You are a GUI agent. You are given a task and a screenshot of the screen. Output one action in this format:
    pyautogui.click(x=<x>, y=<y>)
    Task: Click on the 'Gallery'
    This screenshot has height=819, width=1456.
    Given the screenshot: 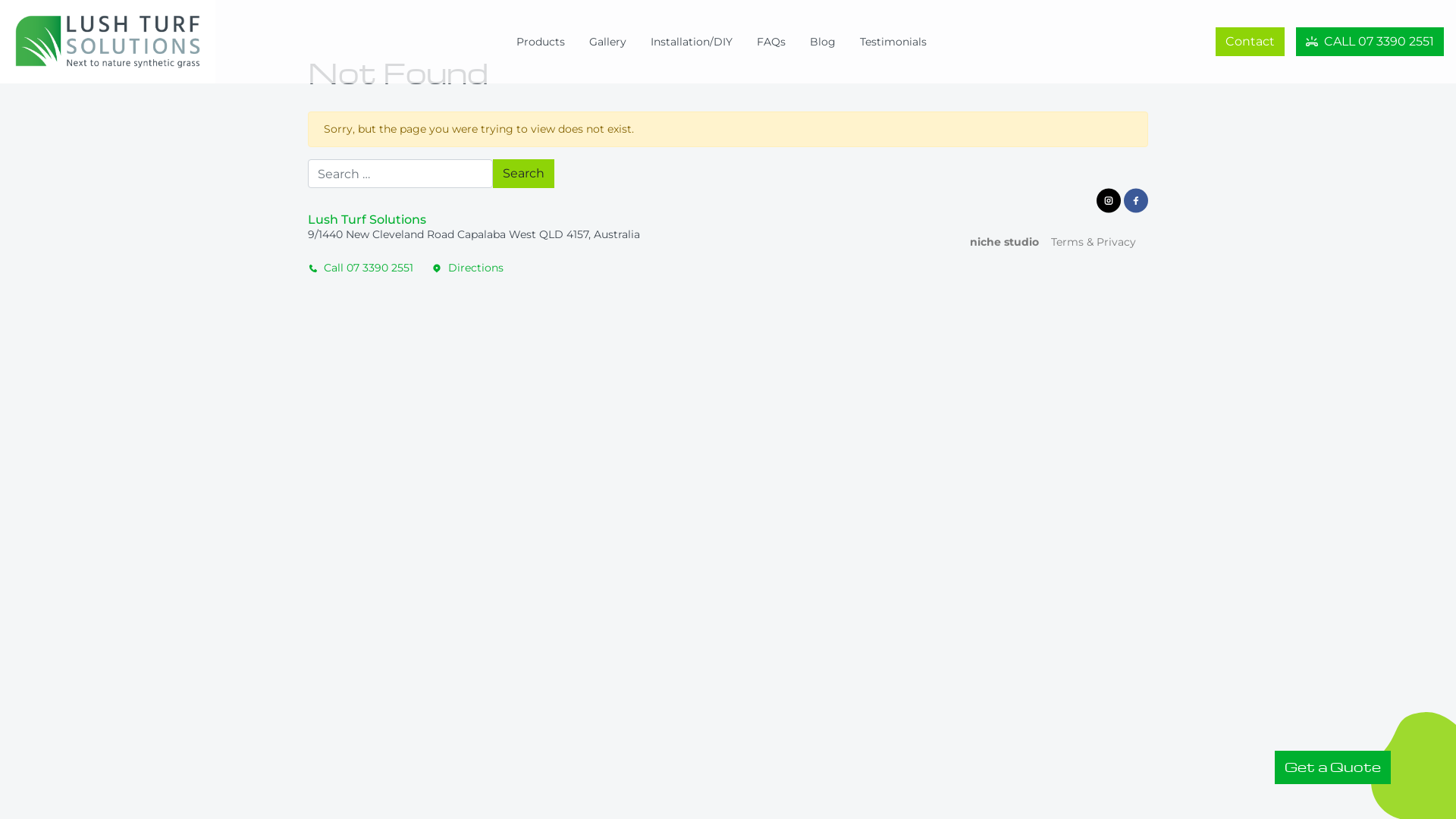 What is the action you would take?
    pyautogui.click(x=607, y=41)
    